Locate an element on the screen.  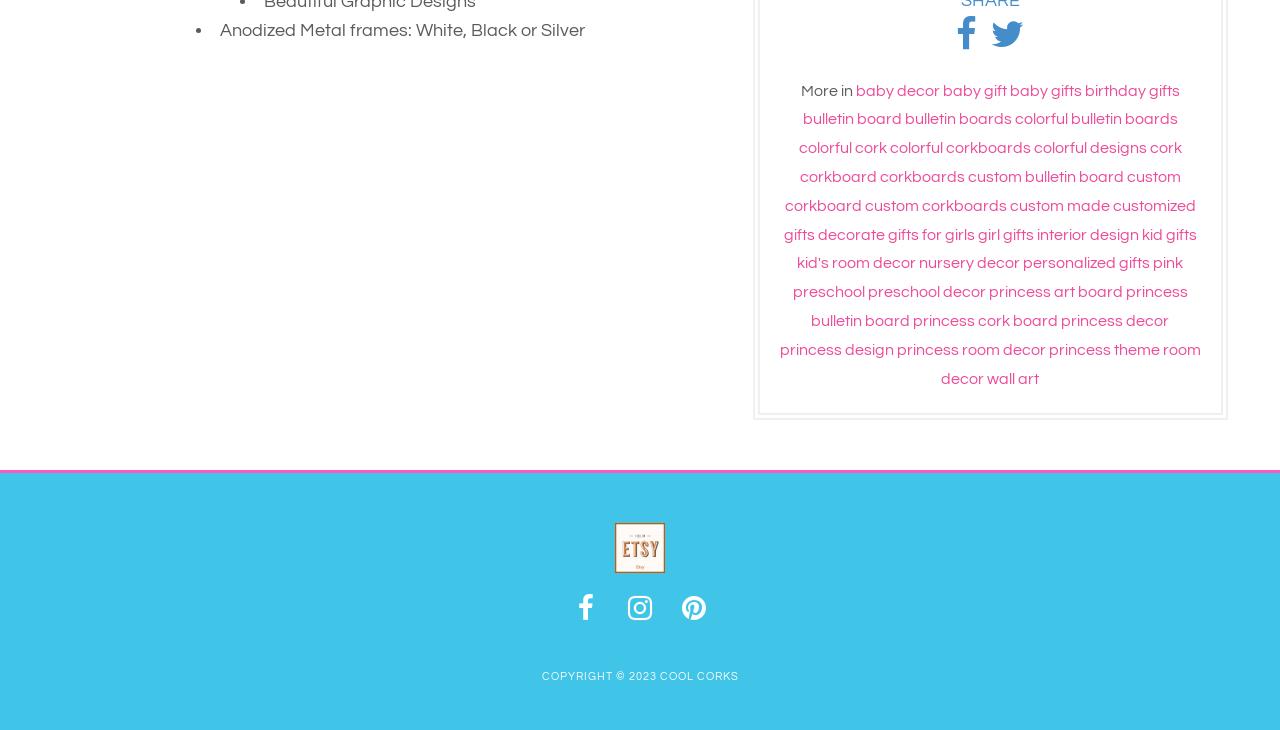
'More in' is located at coordinates (825, 89).